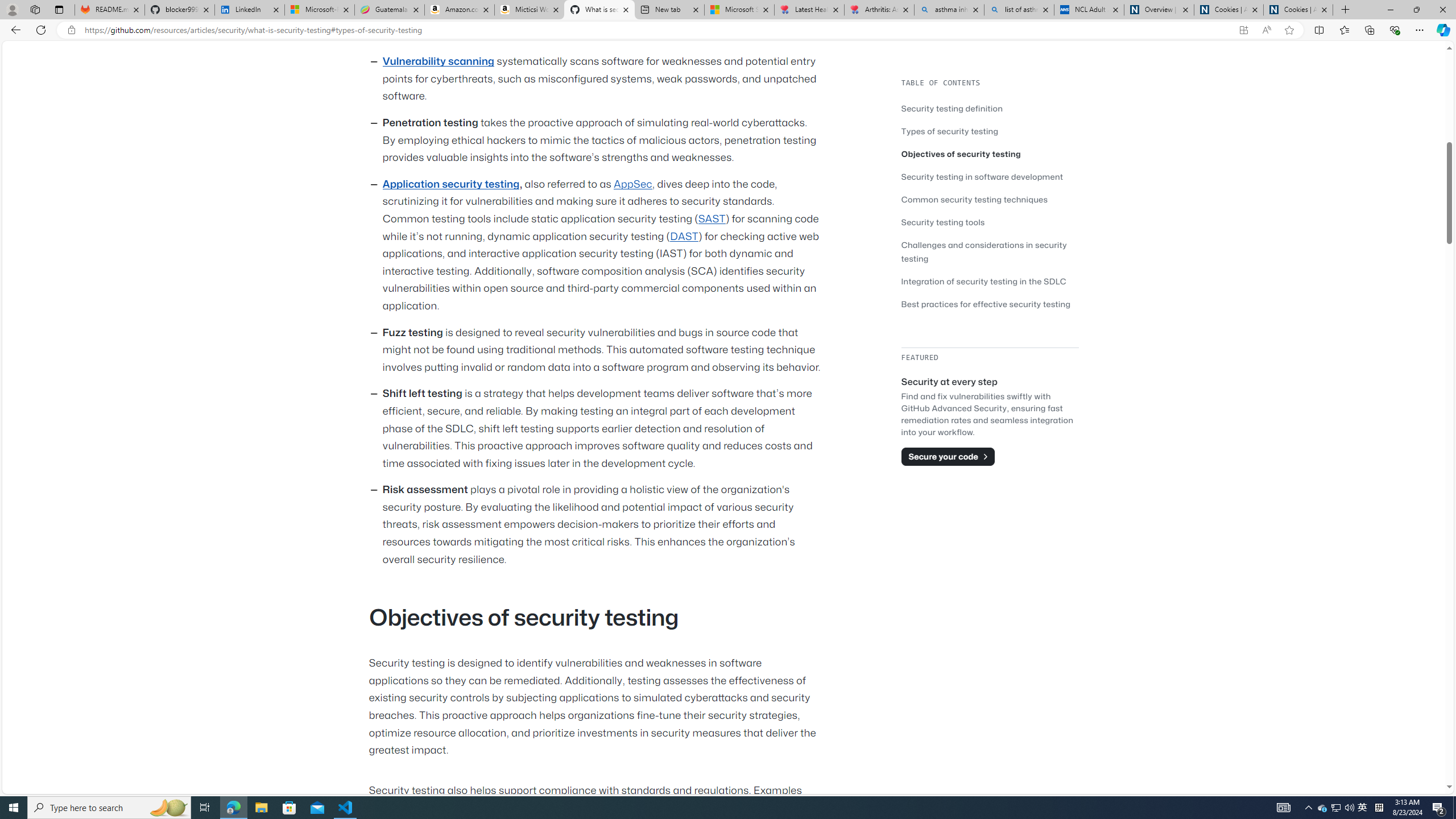 The height and width of the screenshot is (819, 1456). I want to click on 'LinkedIn', so click(250, 9).